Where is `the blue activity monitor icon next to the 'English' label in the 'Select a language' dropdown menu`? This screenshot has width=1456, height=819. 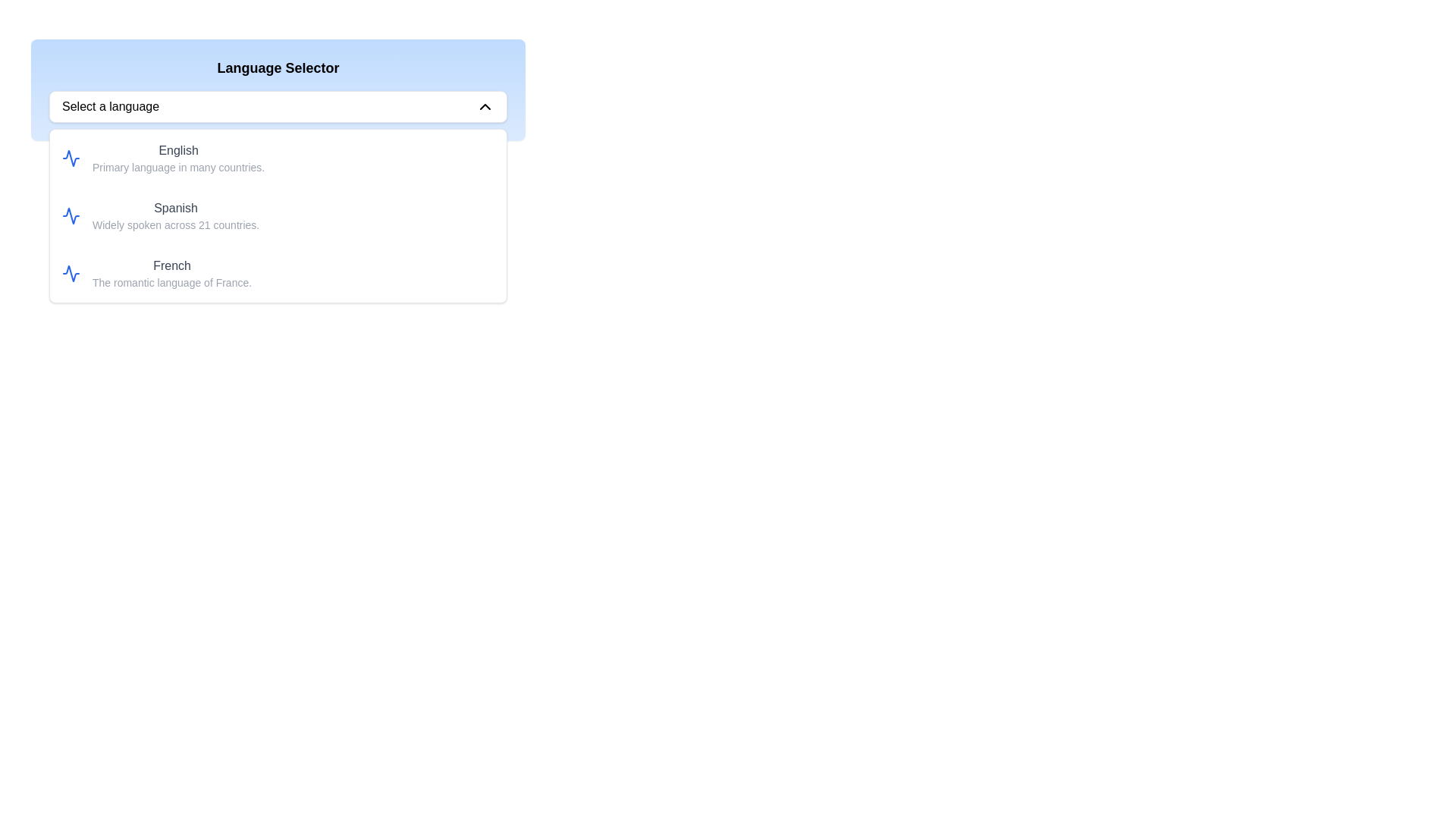
the blue activity monitor icon next to the 'English' label in the 'Select a language' dropdown menu is located at coordinates (71, 158).